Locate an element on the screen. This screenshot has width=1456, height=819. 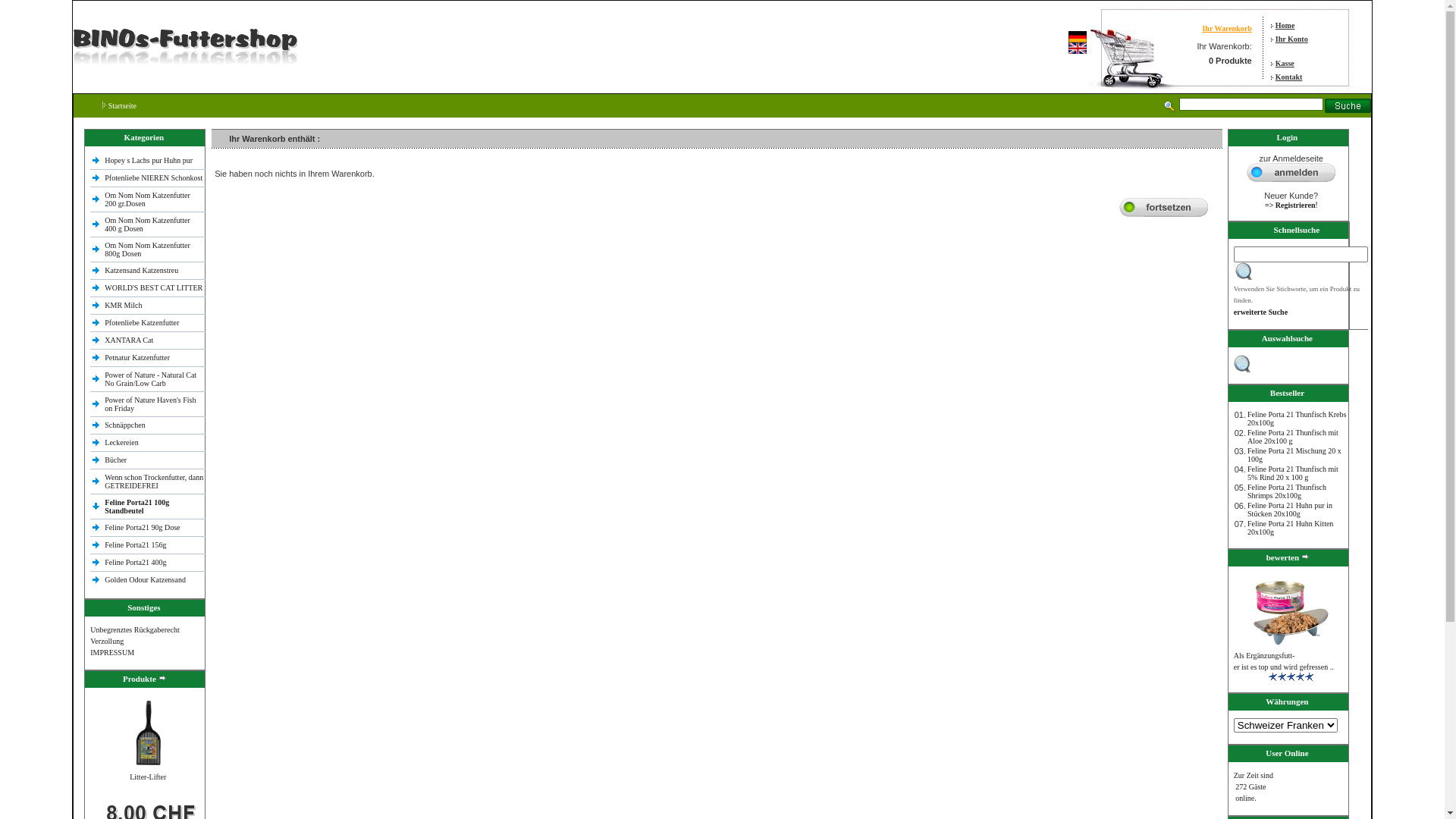
'Power of Nature - Natural Cat No Grain/Low Carb' is located at coordinates (150, 377).